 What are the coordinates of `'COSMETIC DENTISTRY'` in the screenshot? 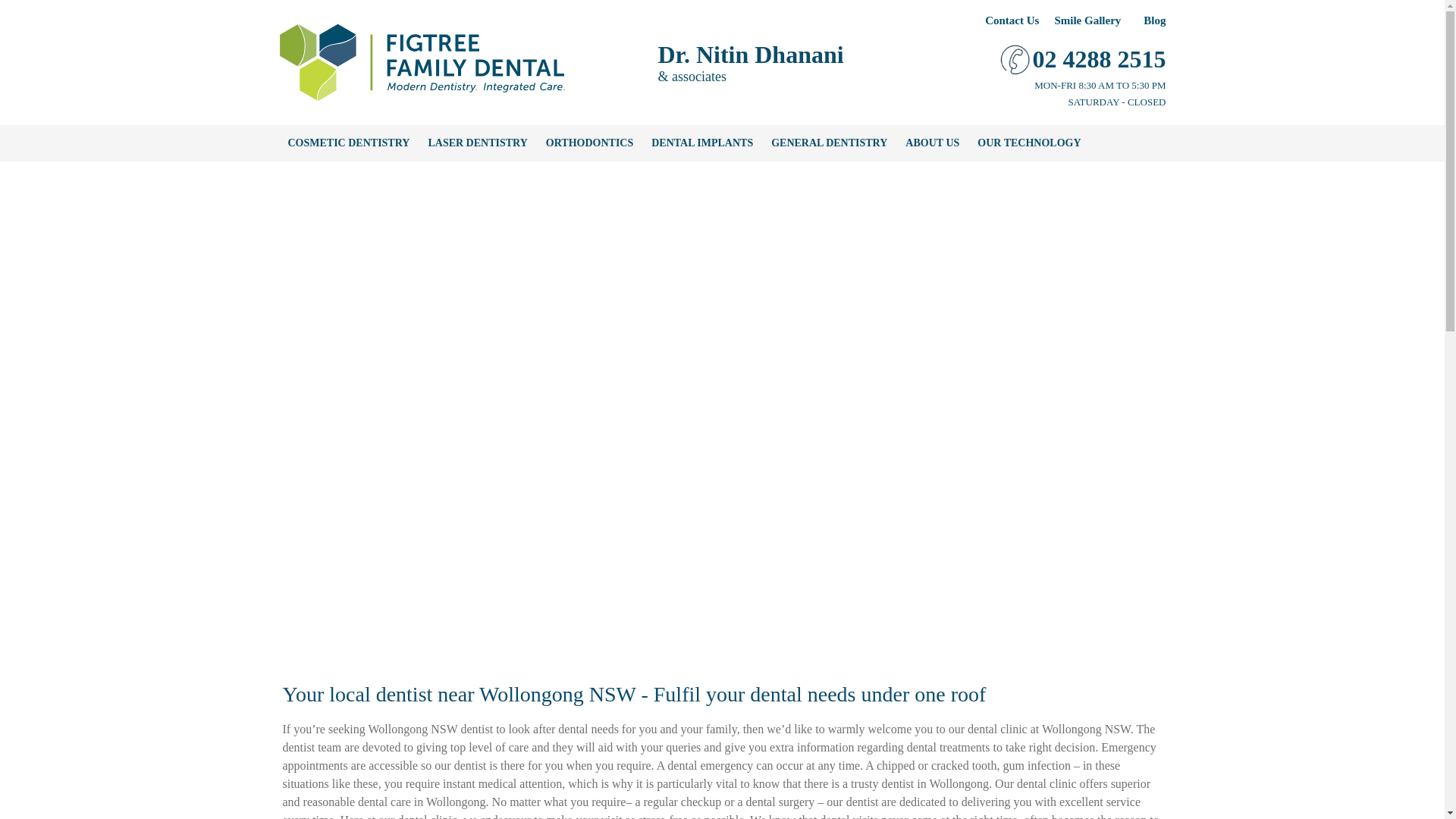 It's located at (279, 143).